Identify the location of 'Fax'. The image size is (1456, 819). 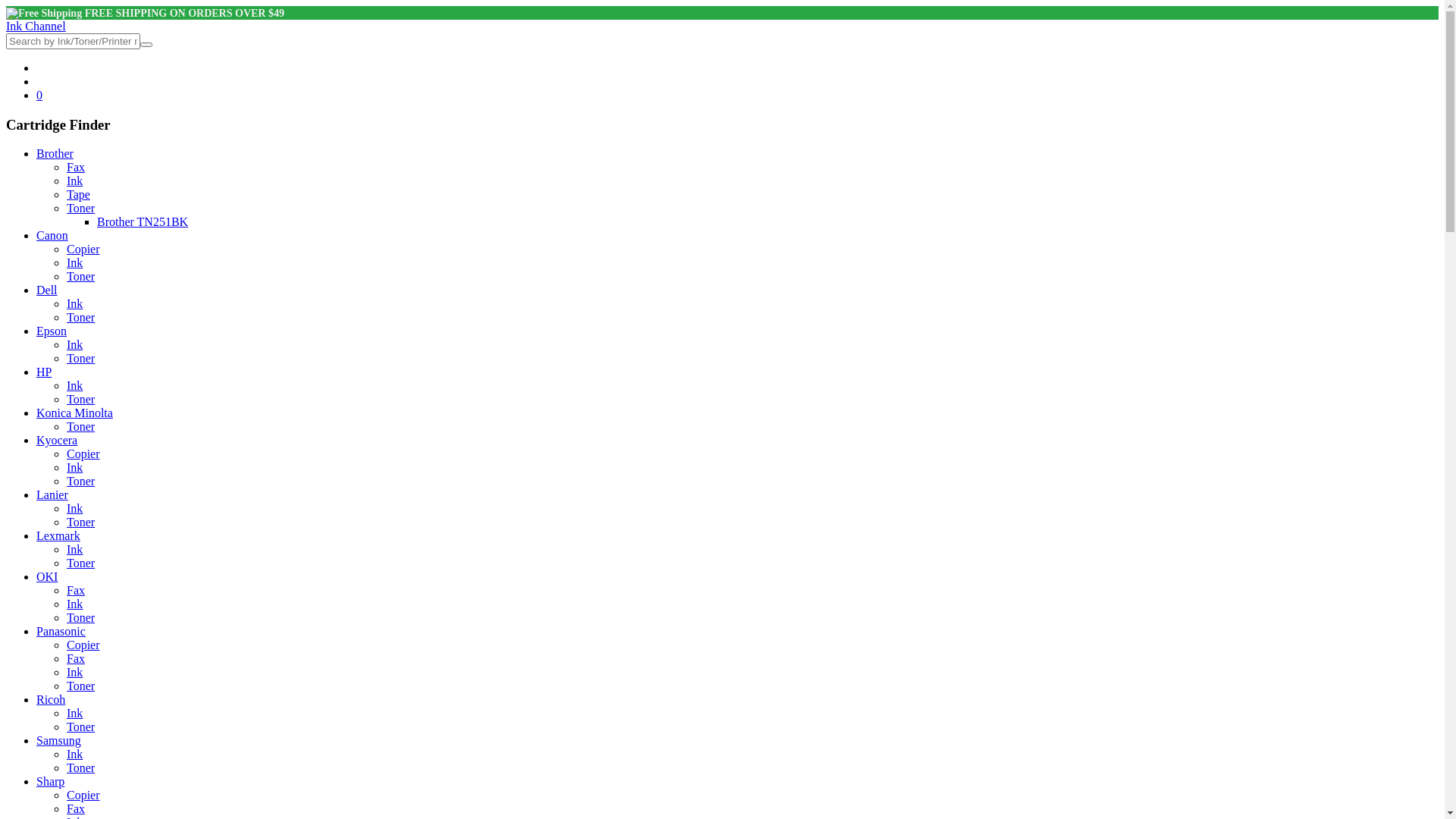
(65, 167).